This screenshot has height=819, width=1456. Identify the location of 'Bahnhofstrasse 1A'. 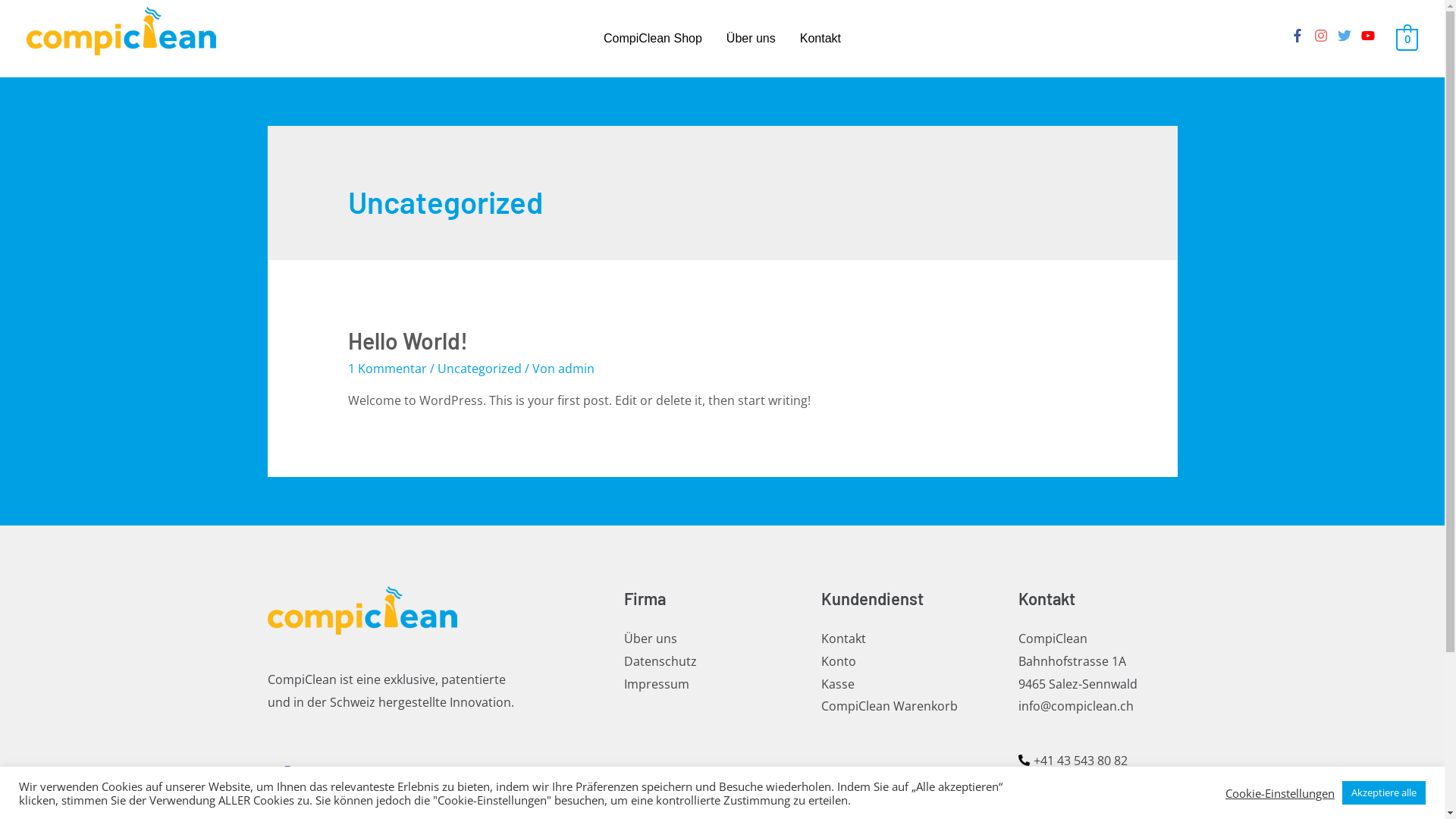
(1070, 660).